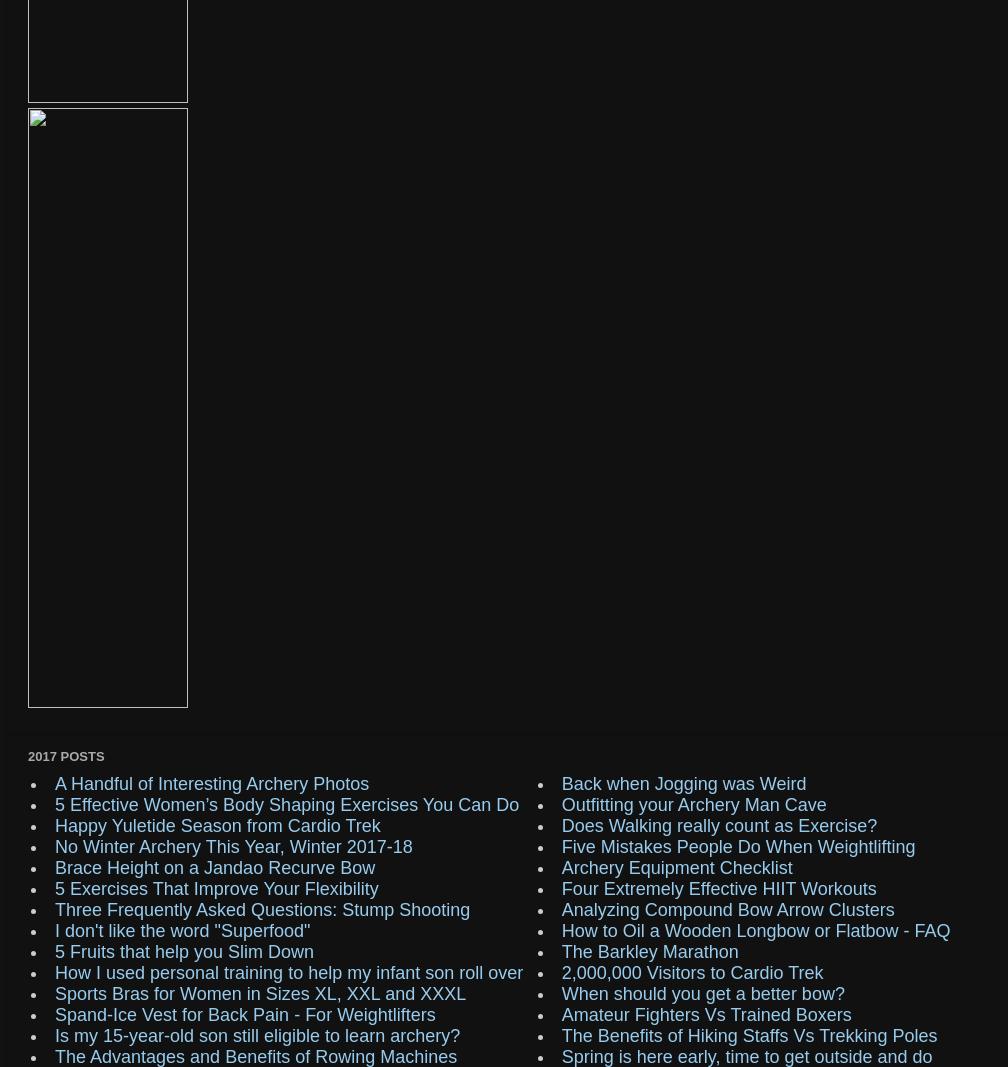  I want to click on 'Sports Bras for Women in Sizes XL, XXL and XXXL', so click(260, 992).